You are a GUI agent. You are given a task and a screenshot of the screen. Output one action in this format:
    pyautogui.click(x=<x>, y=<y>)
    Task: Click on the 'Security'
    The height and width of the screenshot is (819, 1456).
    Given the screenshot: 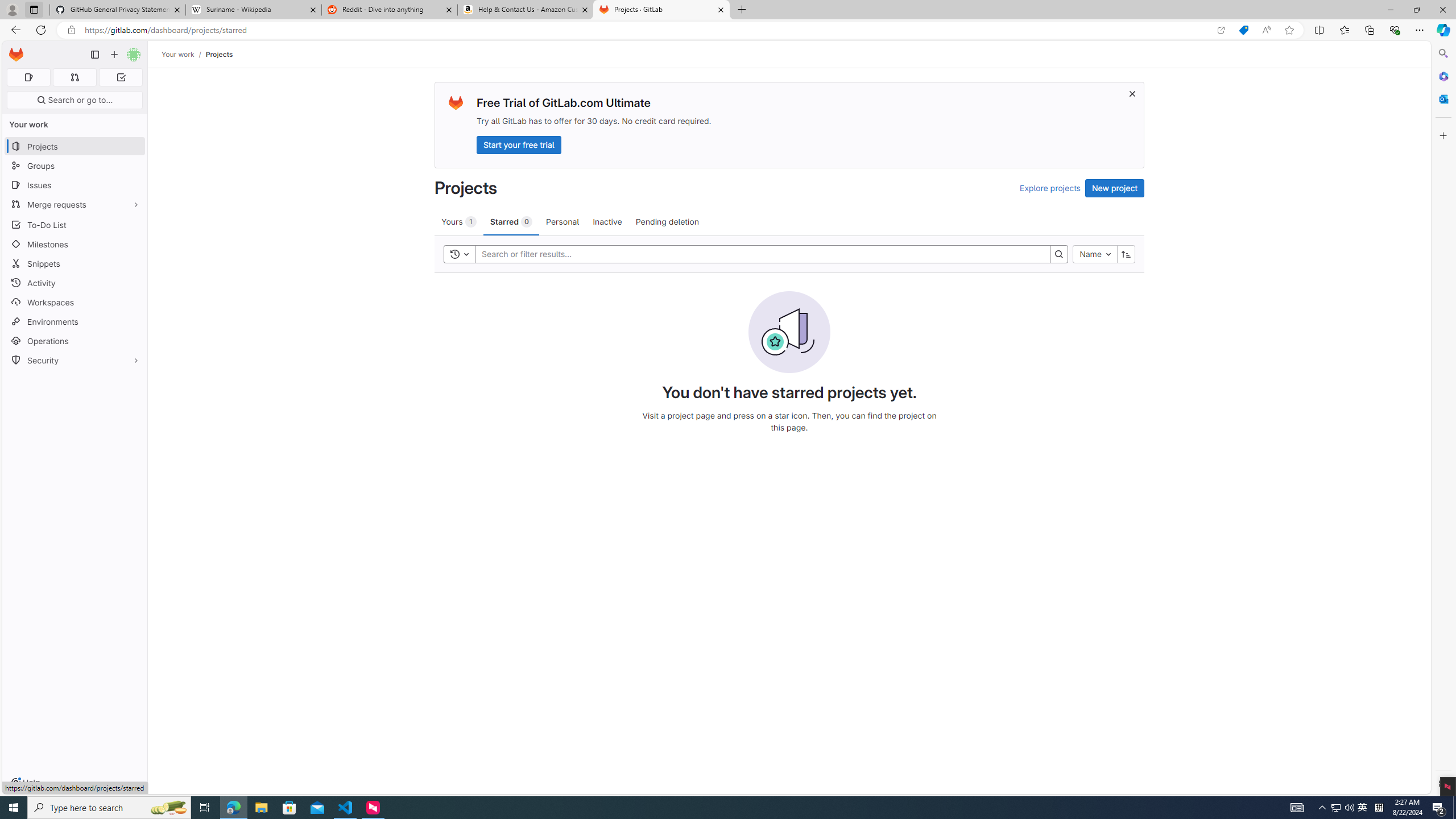 What is the action you would take?
    pyautogui.click(x=74, y=359)
    